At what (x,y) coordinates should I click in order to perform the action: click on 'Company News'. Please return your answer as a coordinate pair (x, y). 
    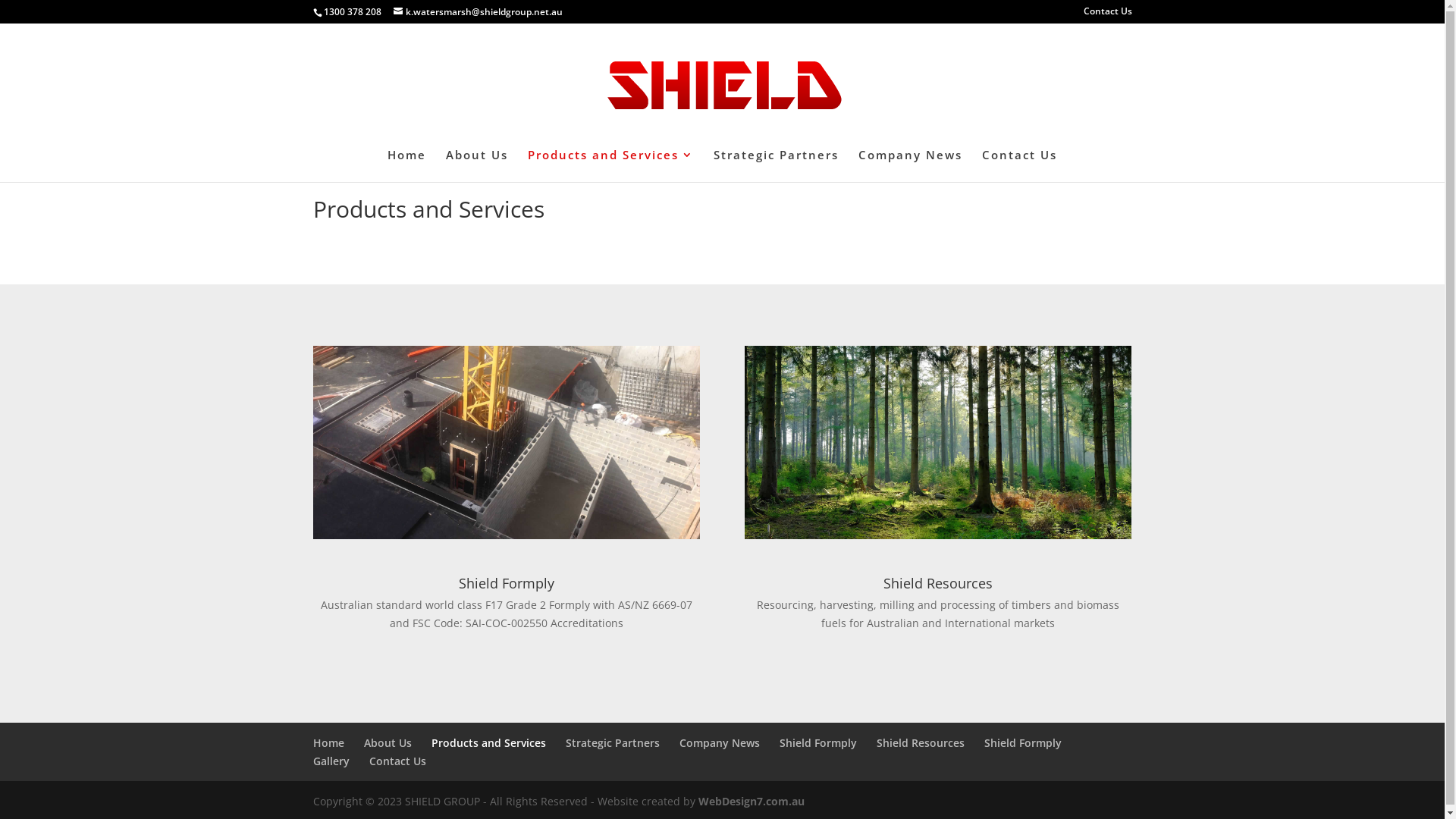
    Looking at the image, I should click on (719, 742).